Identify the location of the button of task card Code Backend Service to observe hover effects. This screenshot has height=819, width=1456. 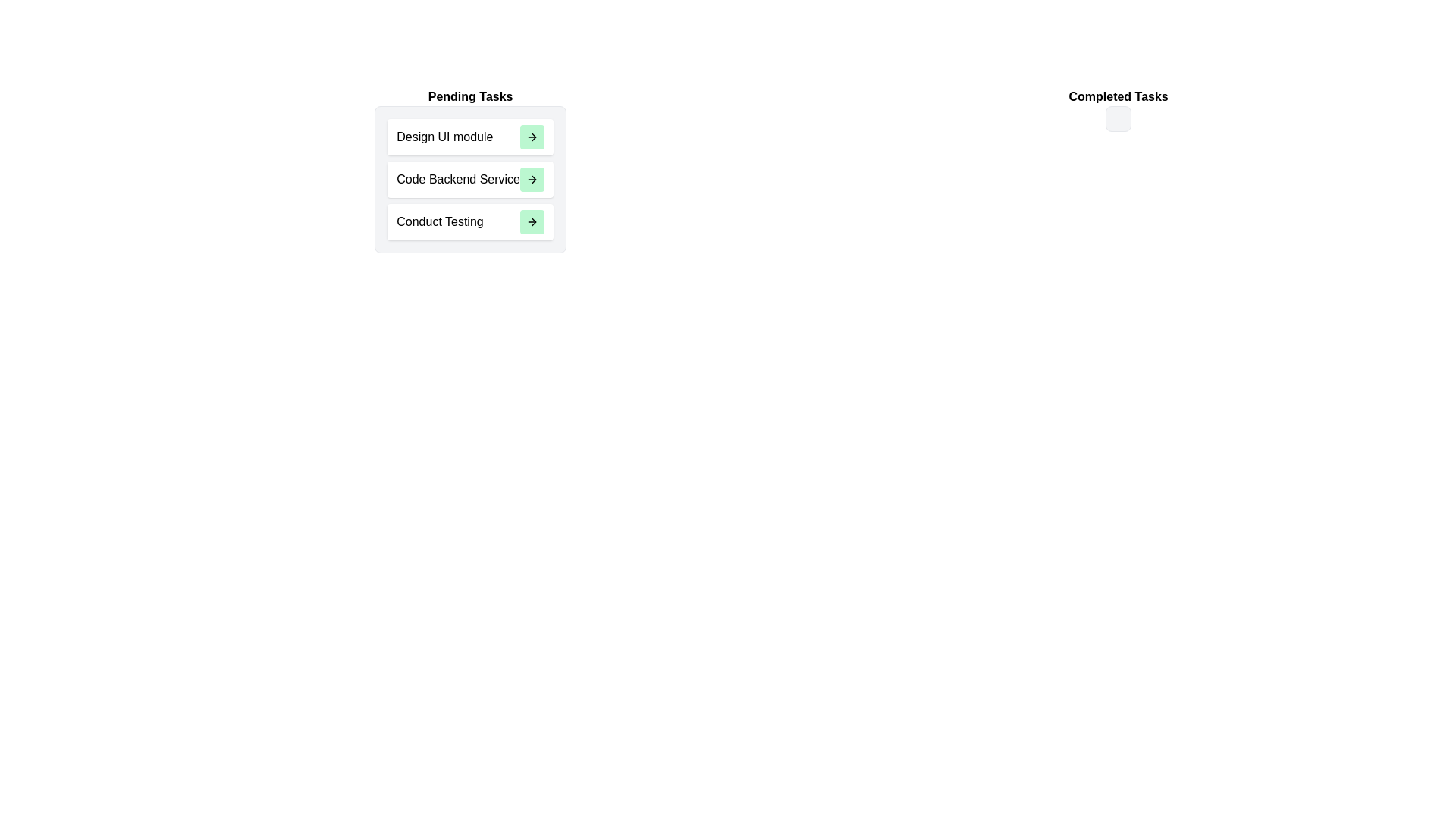
(532, 178).